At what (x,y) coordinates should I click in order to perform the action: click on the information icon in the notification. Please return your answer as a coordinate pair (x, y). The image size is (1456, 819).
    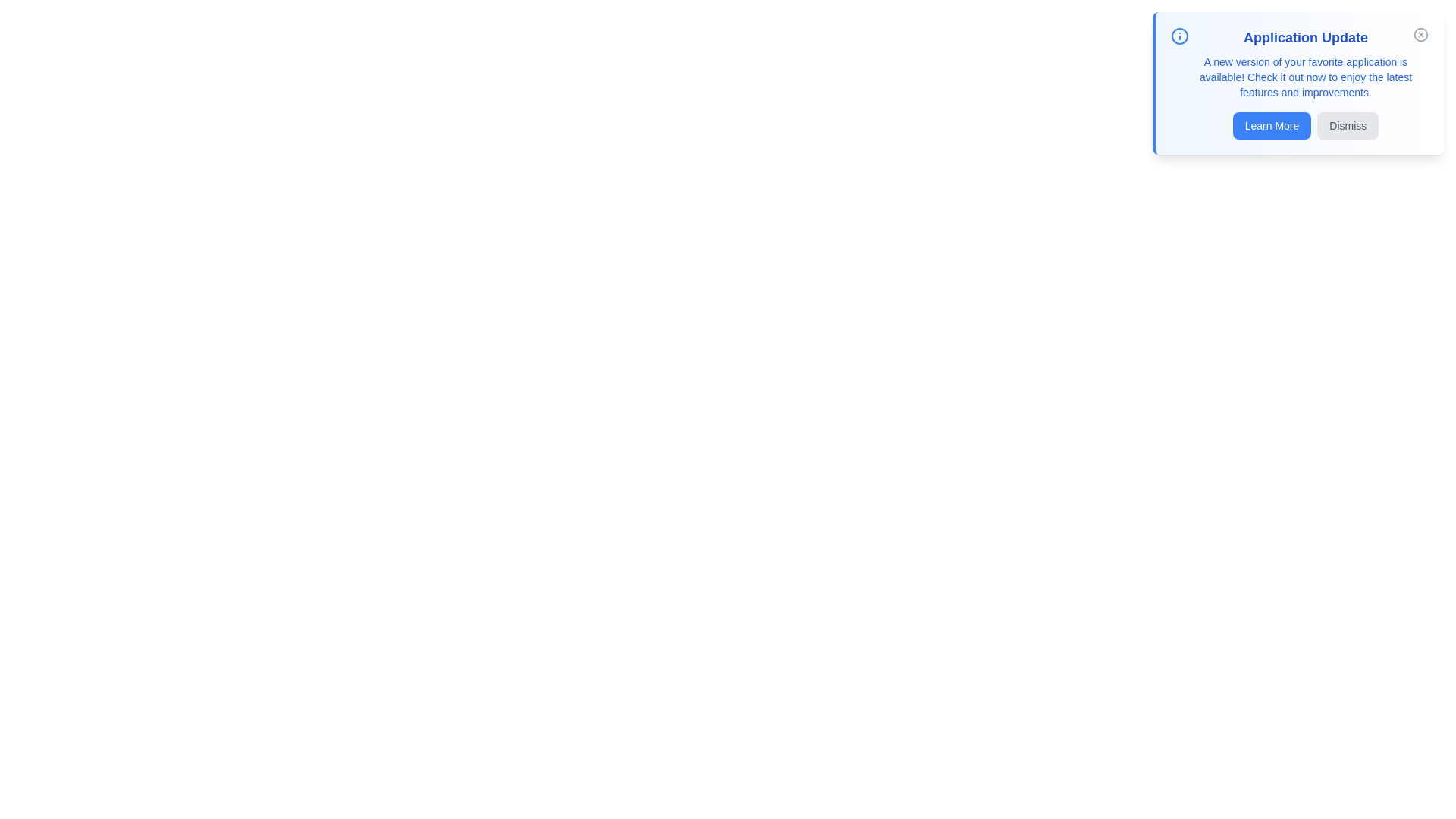
    Looking at the image, I should click on (1178, 35).